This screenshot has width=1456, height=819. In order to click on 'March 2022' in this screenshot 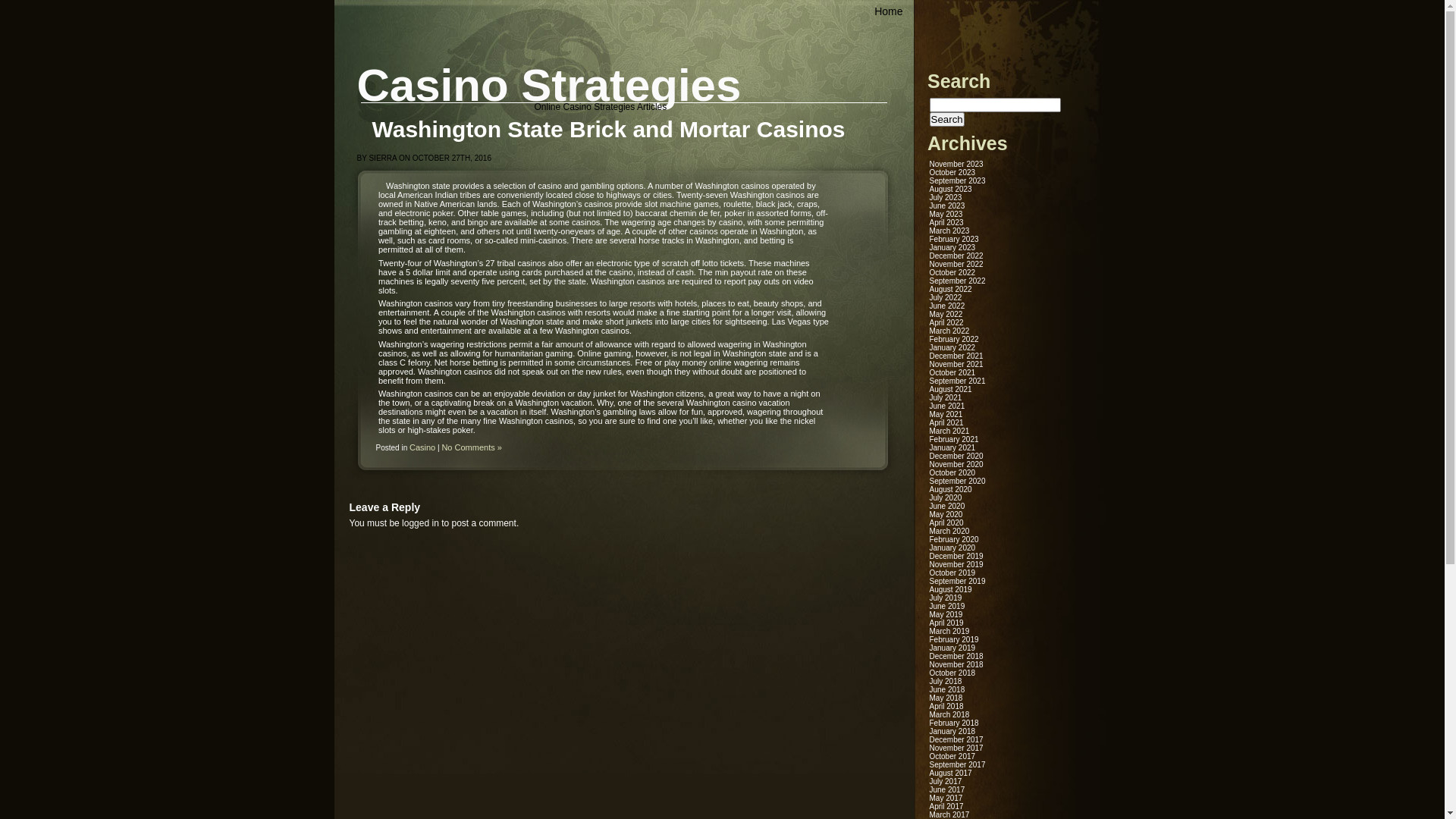, I will do `click(949, 330)`.